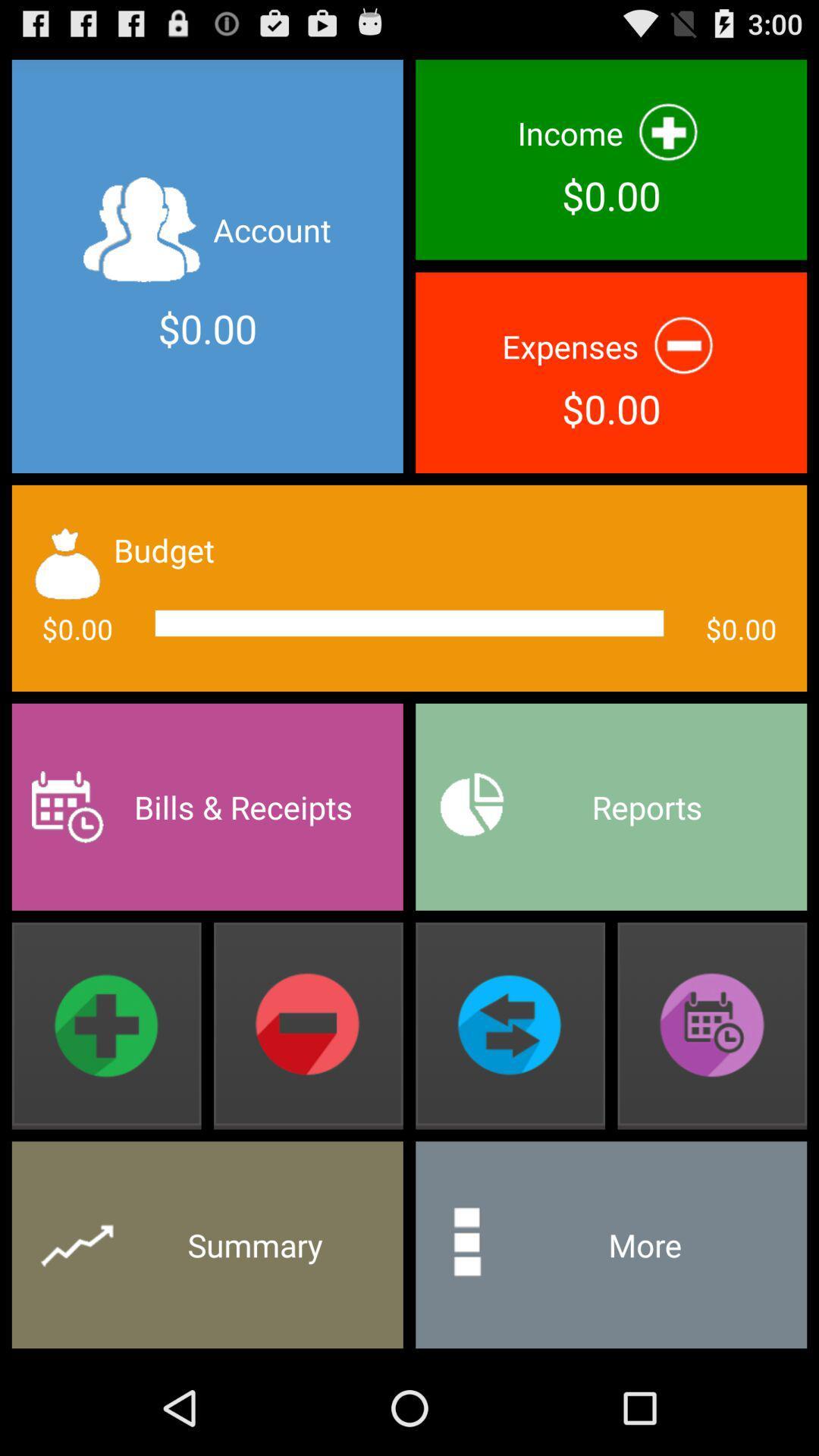 The height and width of the screenshot is (1456, 819). I want to click on bills & receipts, so click(207, 806).